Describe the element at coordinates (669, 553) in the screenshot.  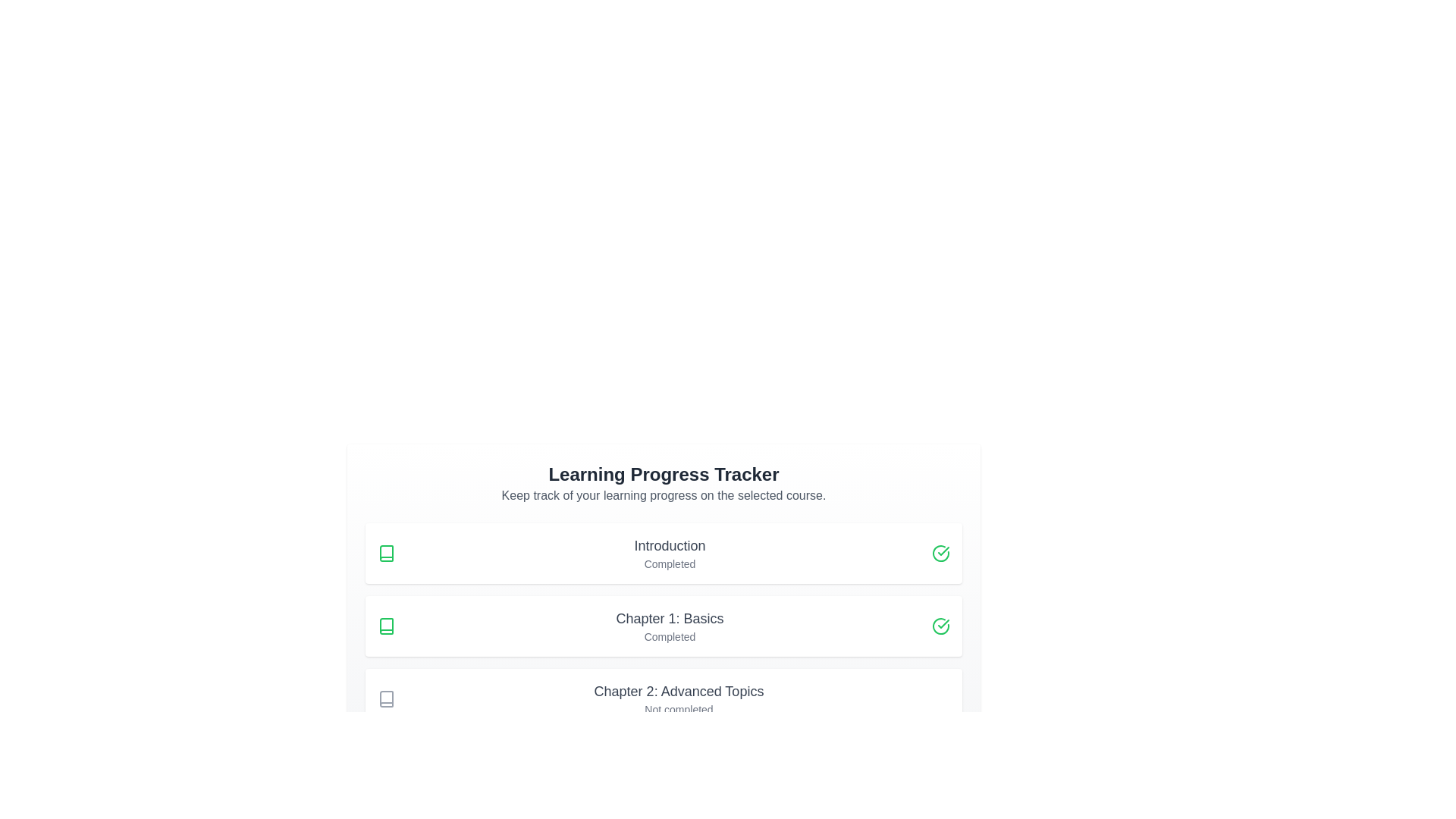
I see `the text block that displays 'Introduction' in bold and 'Completed' in smaller font, positioned centrally in the viewport between a green square icon and a green checkmark icon` at that location.